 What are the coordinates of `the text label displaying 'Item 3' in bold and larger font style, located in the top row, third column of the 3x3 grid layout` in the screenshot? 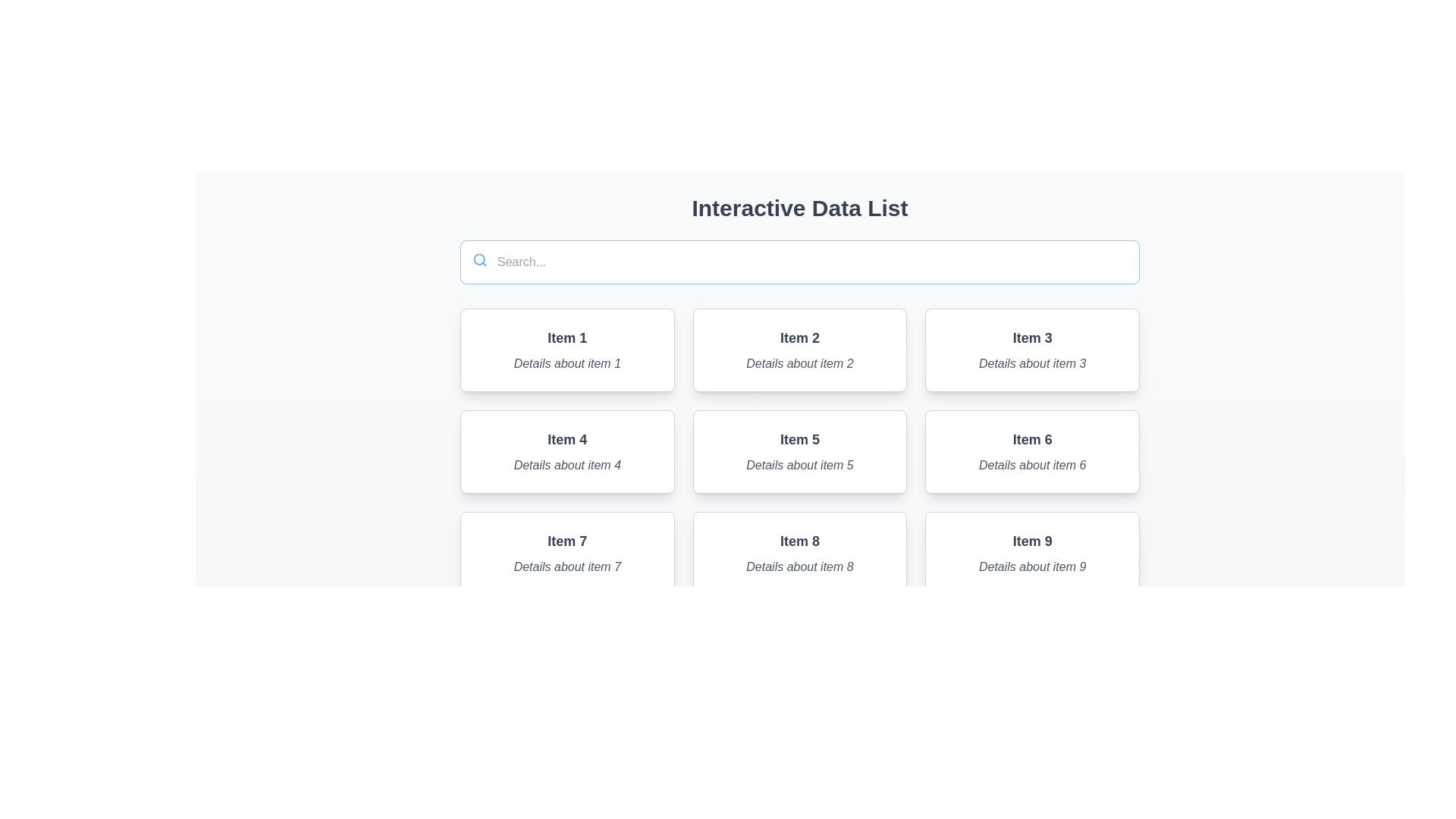 It's located at (1031, 337).